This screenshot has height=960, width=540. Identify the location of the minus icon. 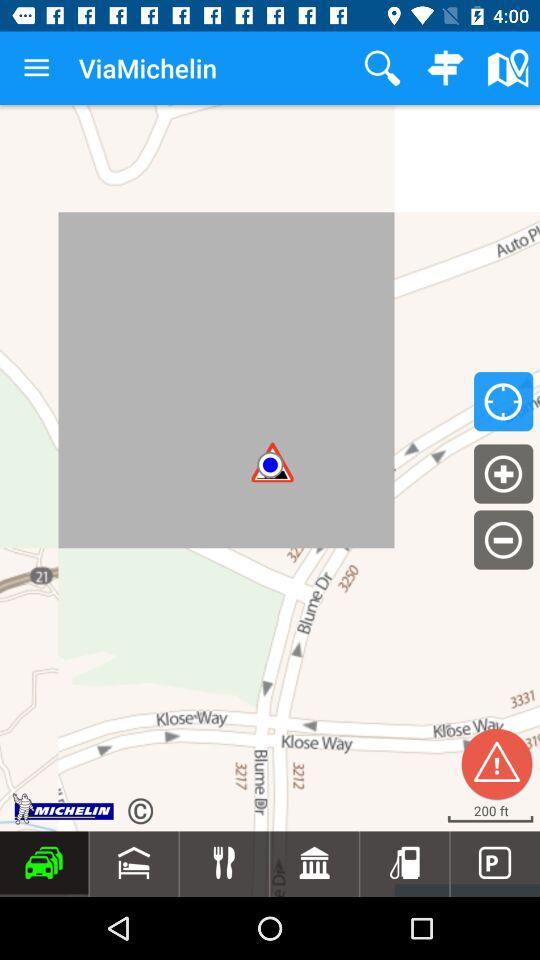
(502, 538).